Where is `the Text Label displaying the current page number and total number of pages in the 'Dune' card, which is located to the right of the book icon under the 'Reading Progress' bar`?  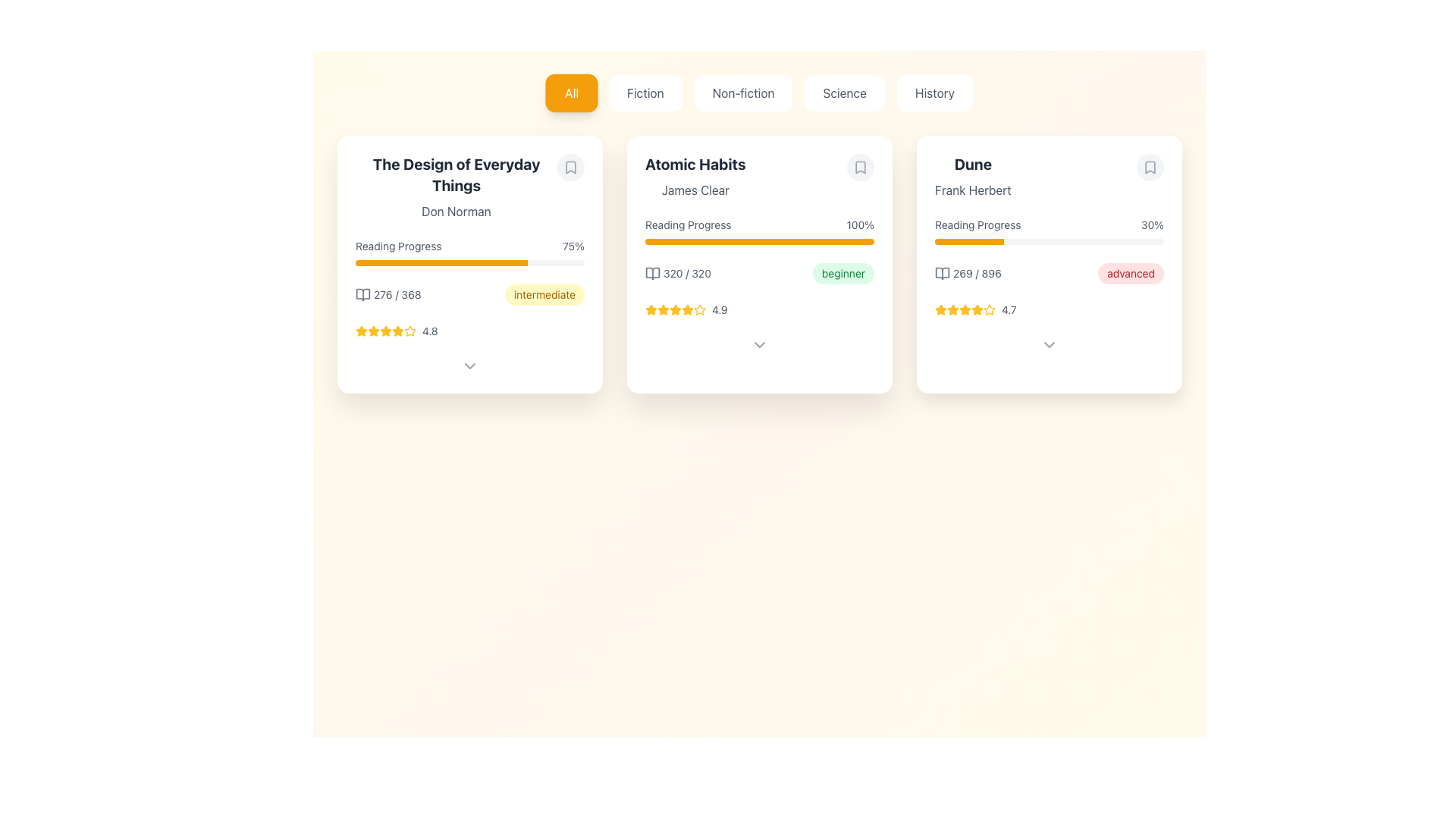 the Text Label displaying the current page number and total number of pages in the 'Dune' card, which is located to the right of the book icon under the 'Reading Progress' bar is located at coordinates (977, 274).